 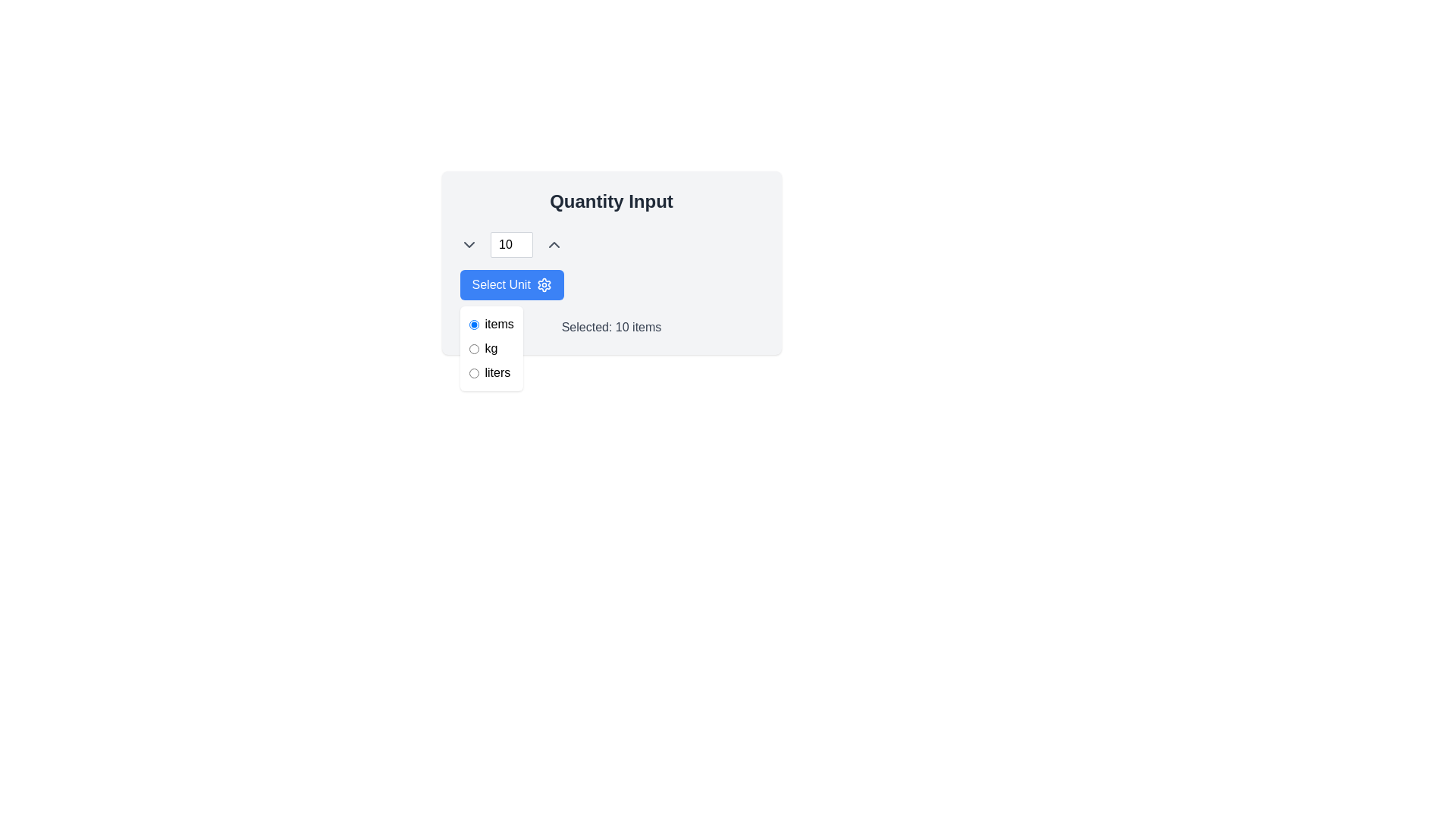 I want to click on the blue button labeled 'Select Unit' located below the numeric input field for quantity adjustment, so click(x=512, y=284).